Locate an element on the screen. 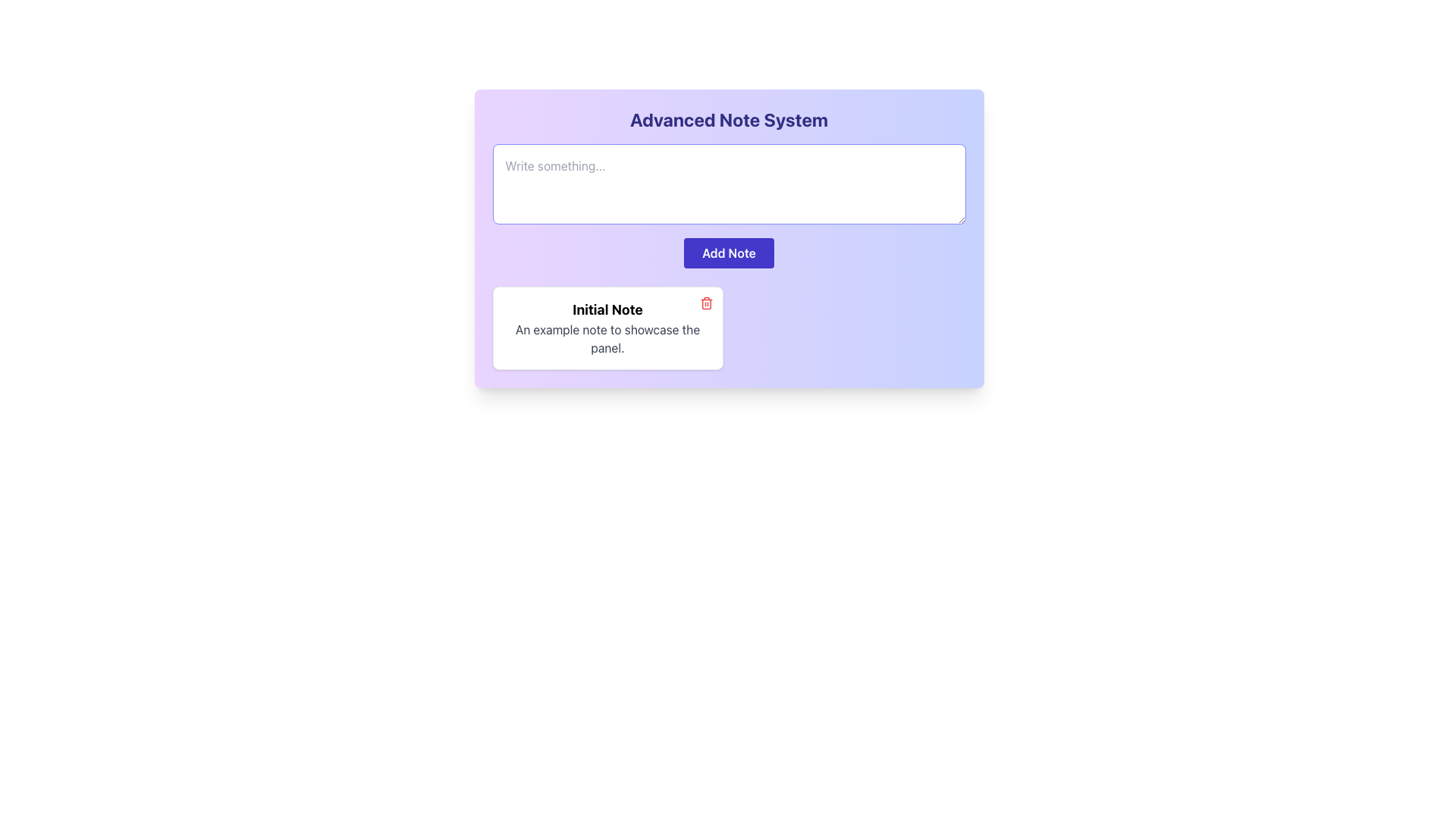 This screenshot has height=819, width=1456. the 'Add Note' button located centrally below the text input field is located at coordinates (729, 253).